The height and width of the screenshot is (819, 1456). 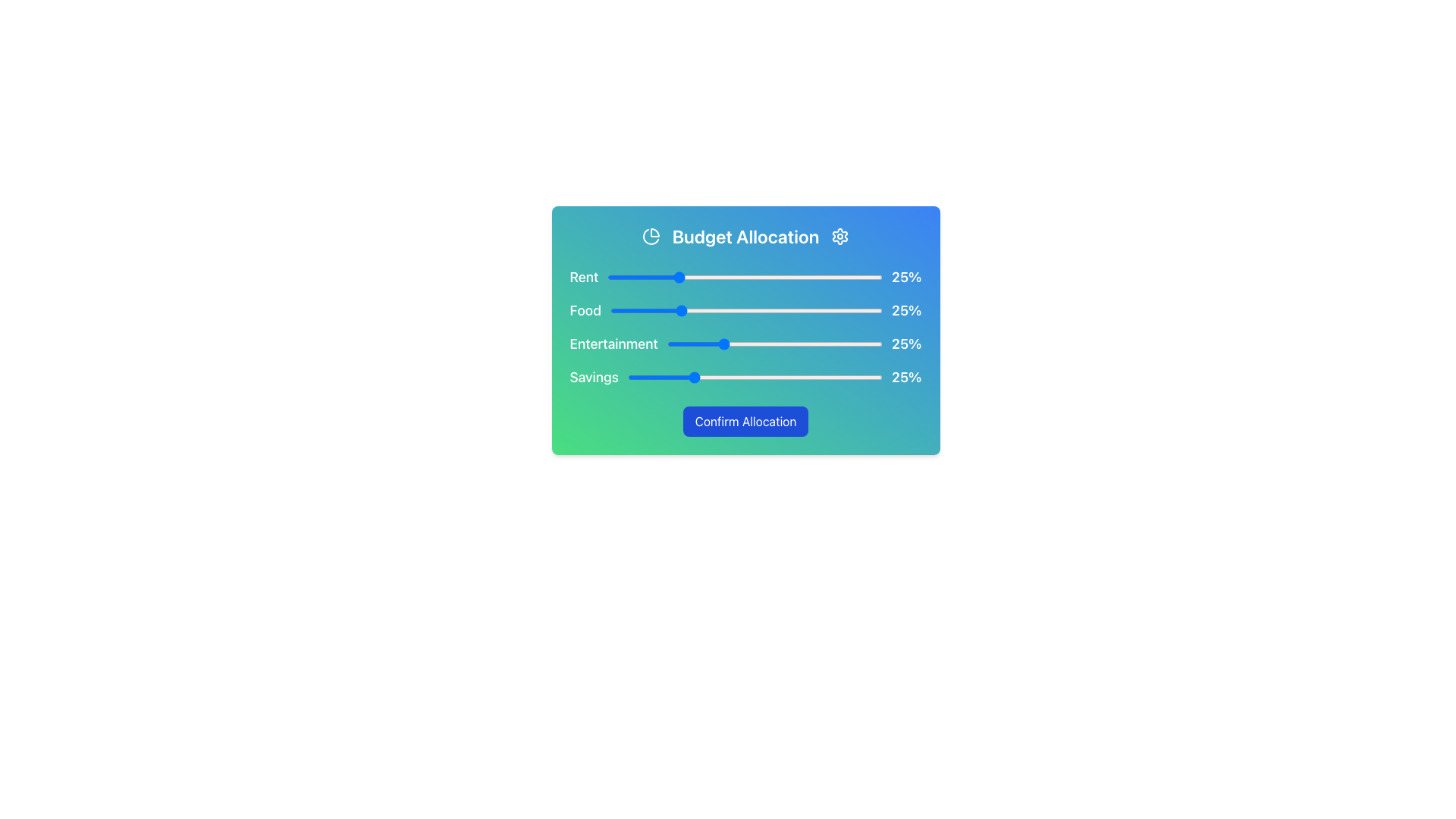 I want to click on the Entertainment budget percentage, so click(x=813, y=344).